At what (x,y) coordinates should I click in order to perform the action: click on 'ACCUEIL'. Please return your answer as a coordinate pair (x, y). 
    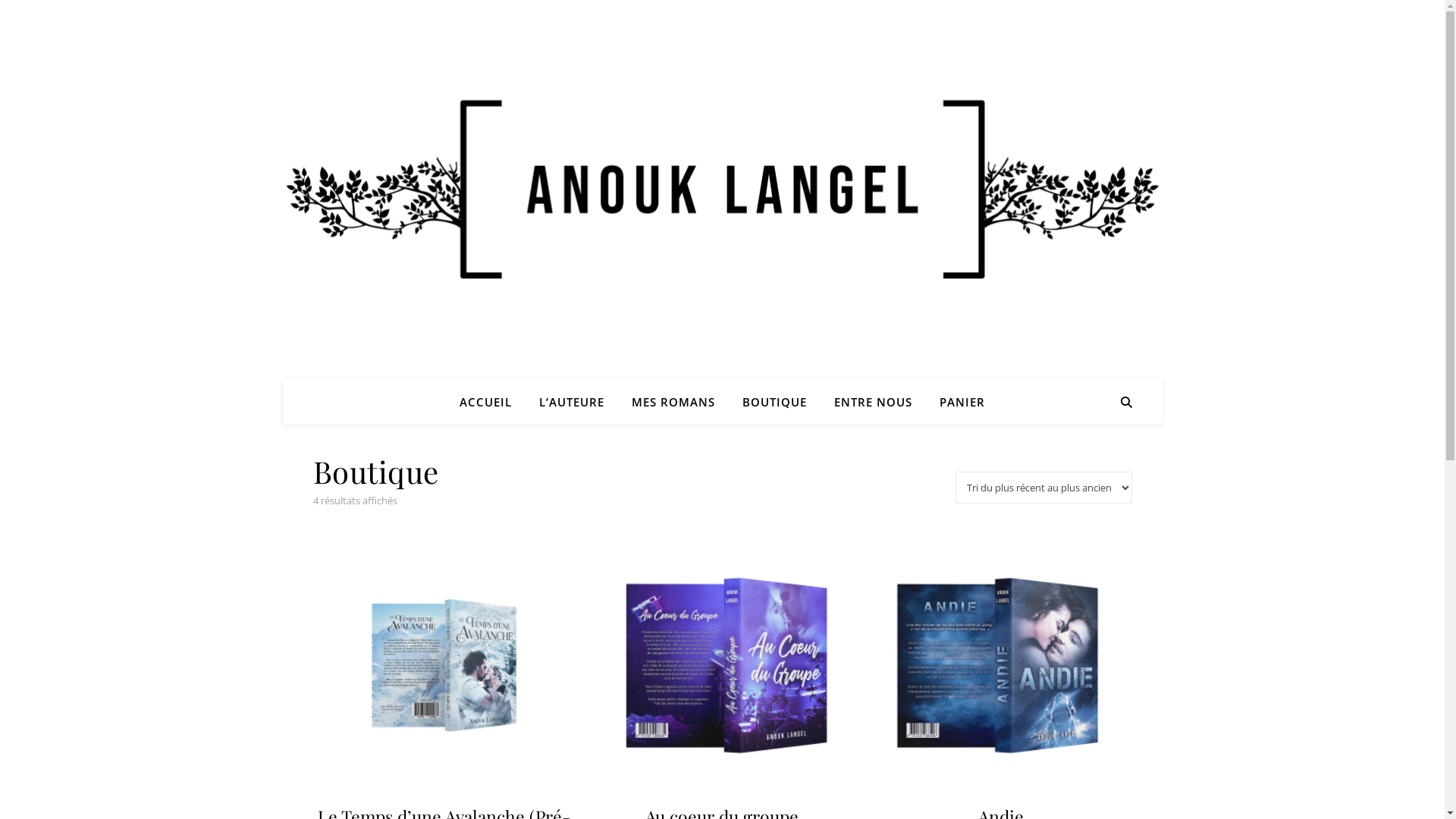
    Looking at the image, I should click on (491, 400).